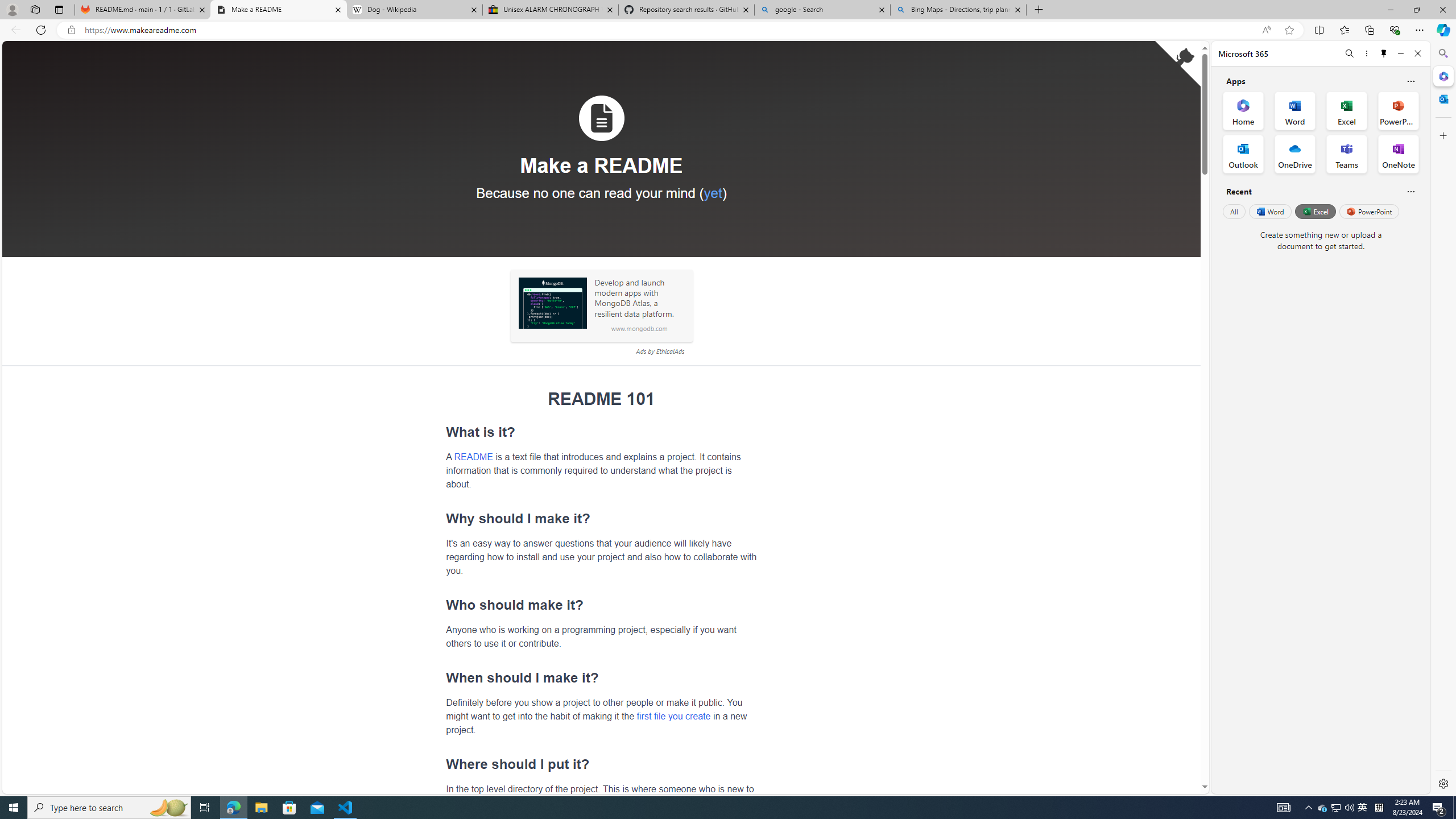 The height and width of the screenshot is (819, 1456). Describe the element at coordinates (1243, 111) in the screenshot. I see `'Home Office App'` at that location.